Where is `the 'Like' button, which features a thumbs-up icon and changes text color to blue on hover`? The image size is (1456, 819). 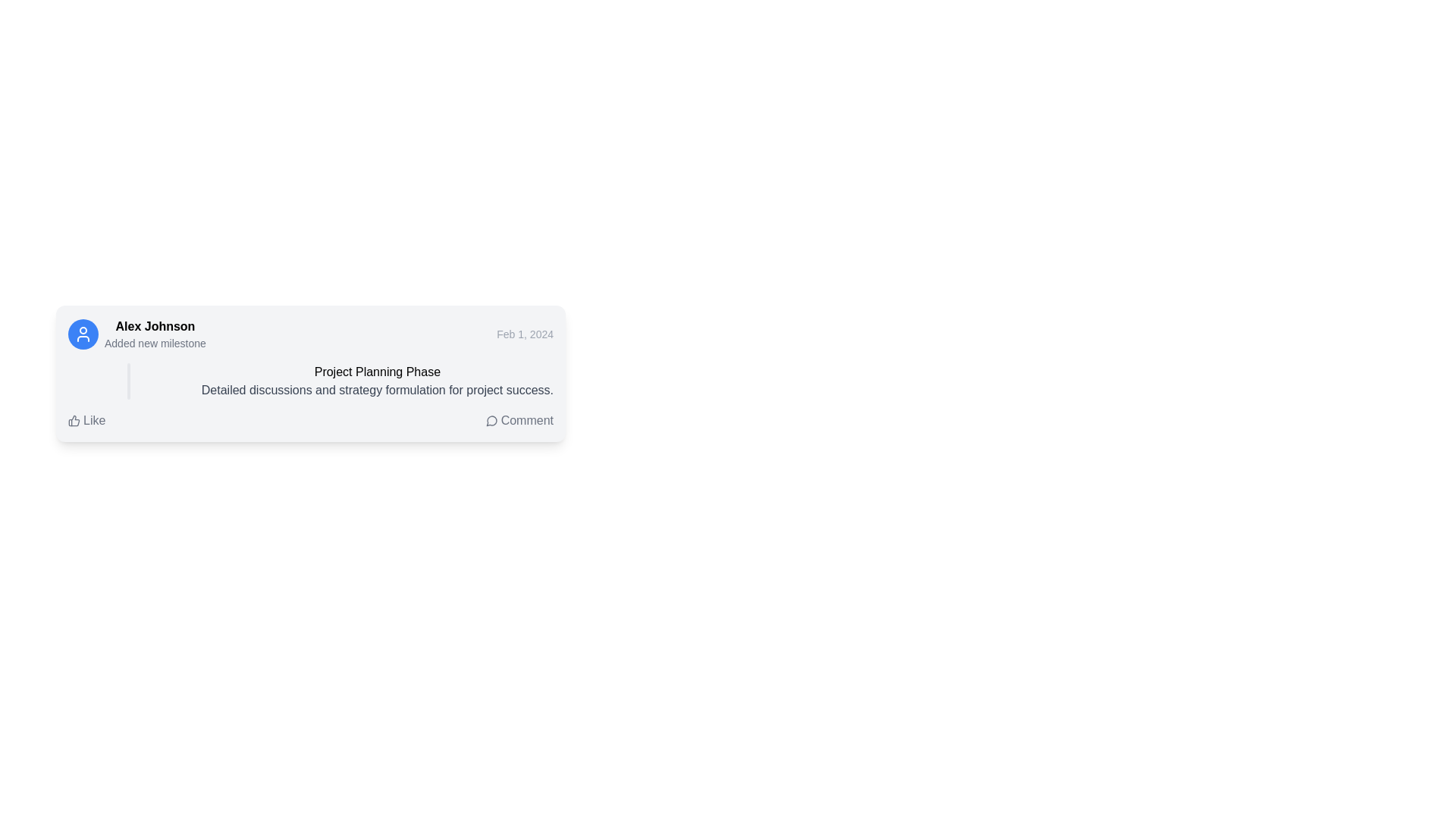 the 'Like' button, which features a thumbs-up icon and changes text color to blue on hover is located at coordinates (86, 421).